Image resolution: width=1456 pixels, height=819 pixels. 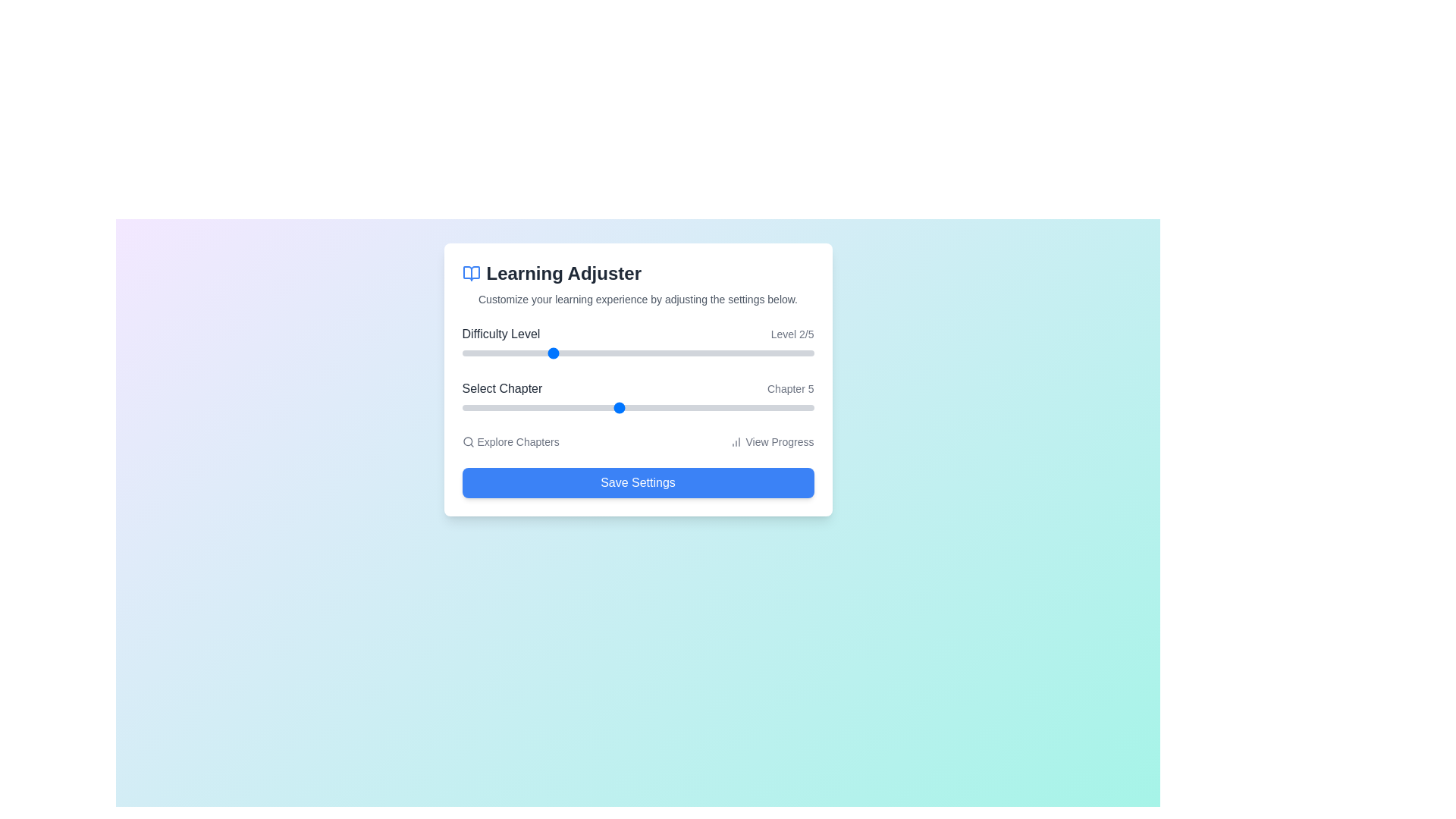 I want to click on the text label with an icon that serves as a header for the card, positioned centrally at the top of the card above a descriptive paragraph, so click(x=638, y=274).